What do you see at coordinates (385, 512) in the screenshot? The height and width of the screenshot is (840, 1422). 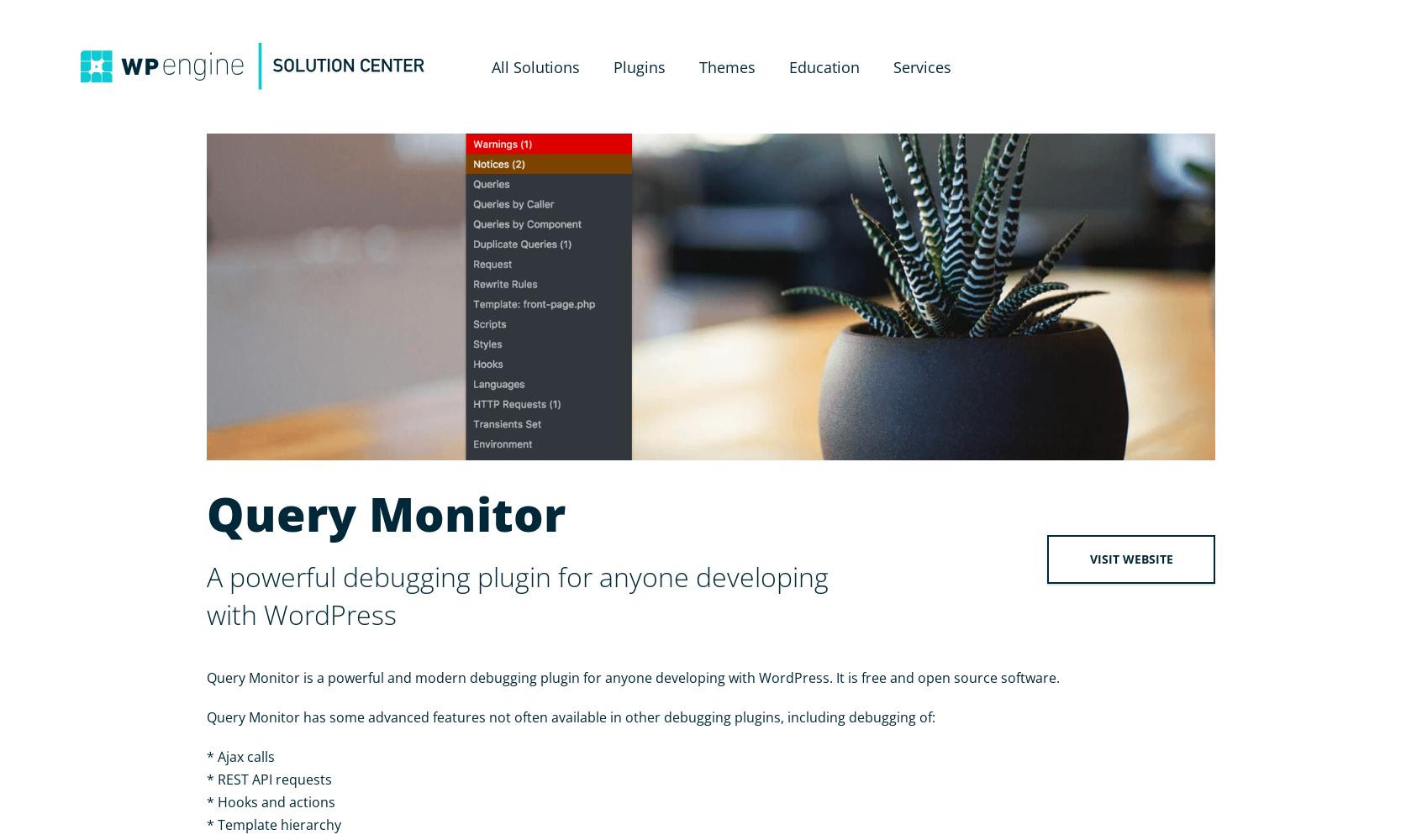 I see `'Query Monitor'` at bounding box center [385, 512].